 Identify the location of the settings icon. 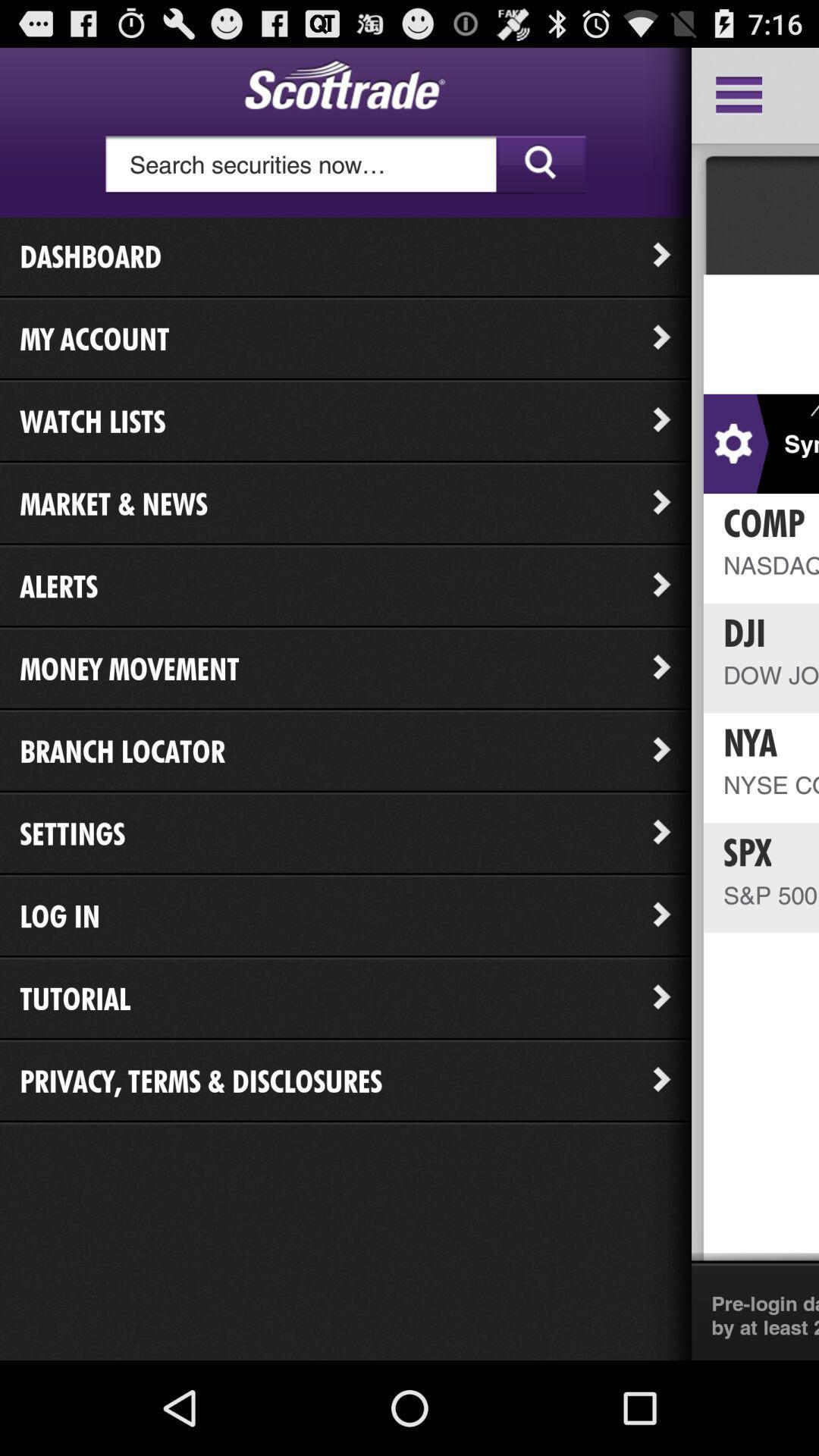
(733, 474).